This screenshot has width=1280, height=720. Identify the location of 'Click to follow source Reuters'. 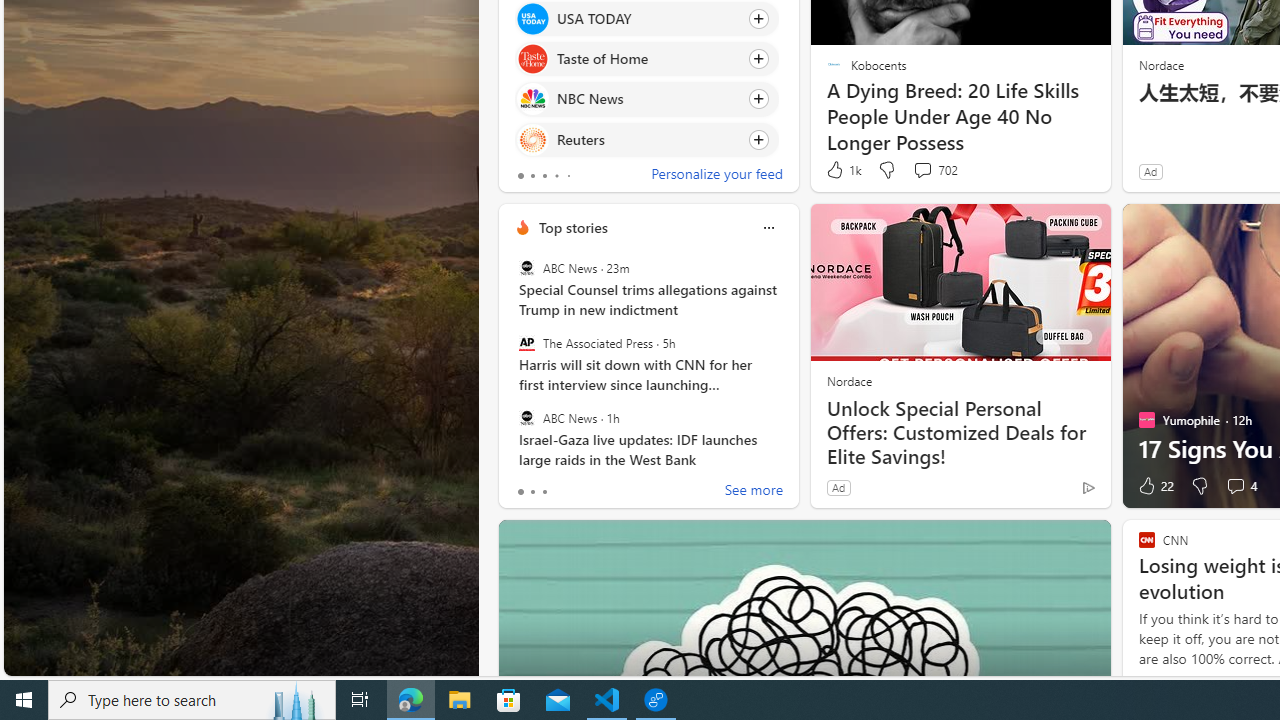
(647, 138).